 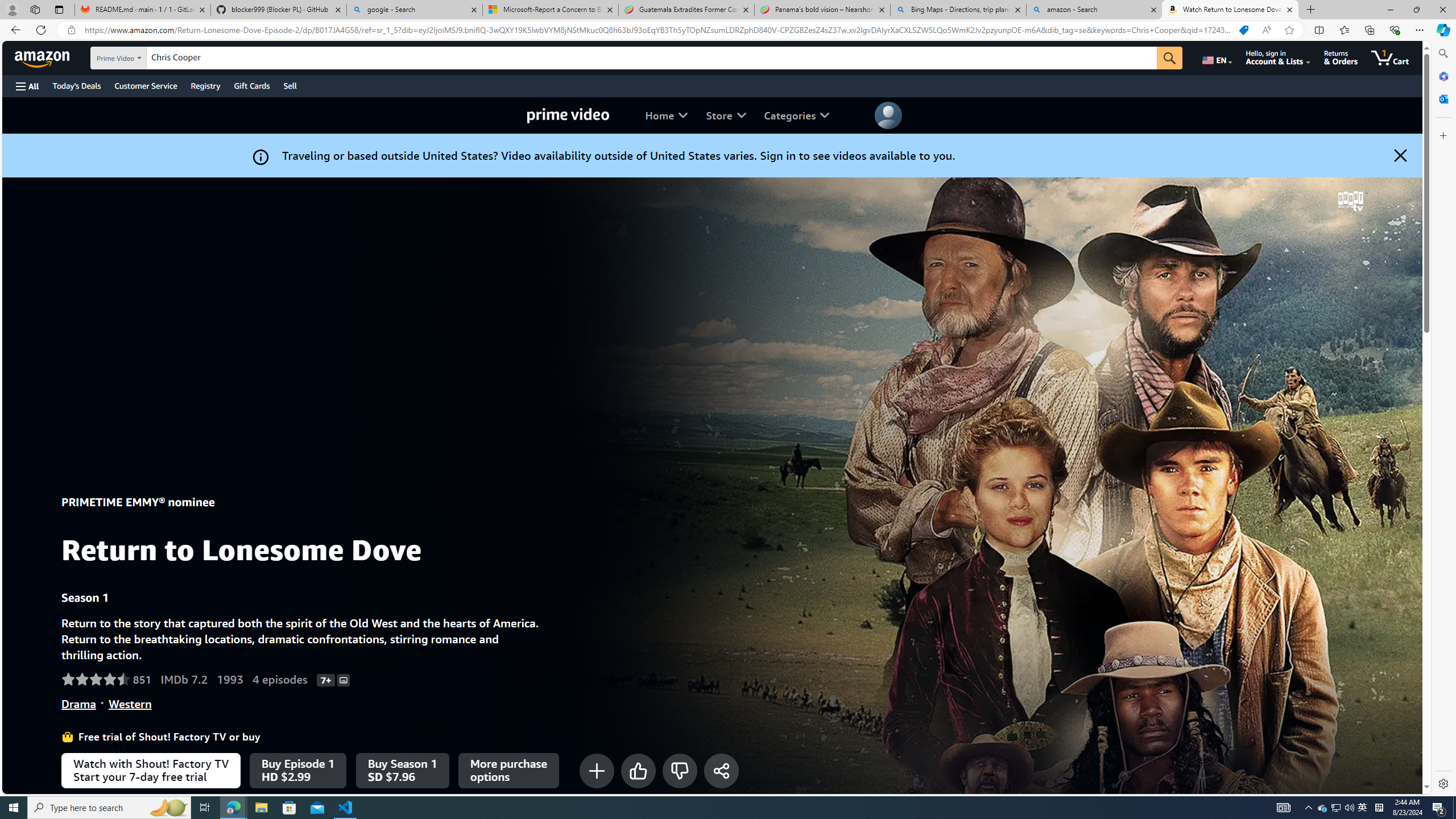 I want to click on 'Skip to main content', so click(x=48, y=56).